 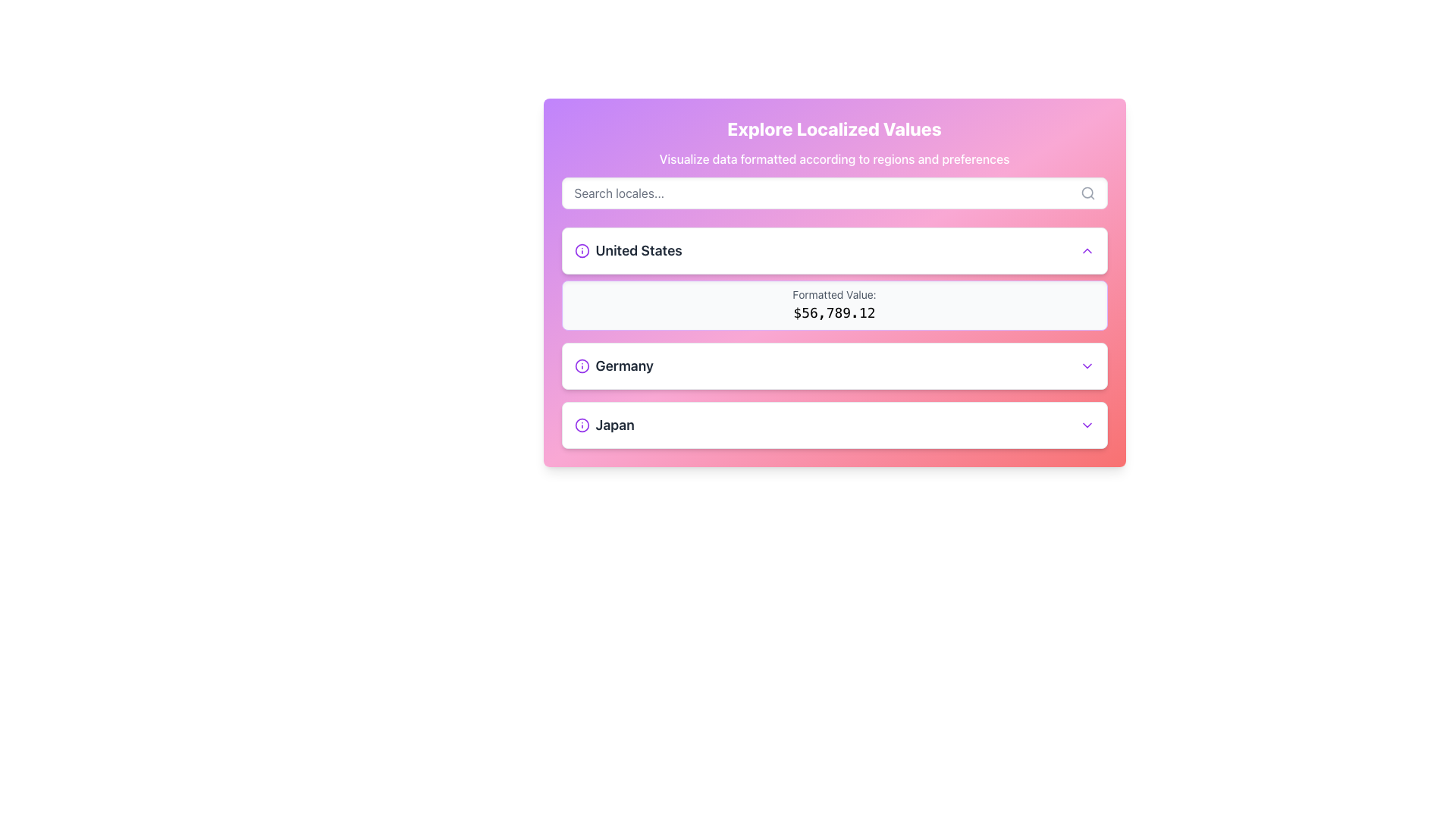 What do you see at coordinates (604, 425) in the screenshot?
I see `the menu item labeled 'Japan' which features a bold font and an information icon inside a purple circle, located as the third option in a vertical list` at bounding box center [604, 425].